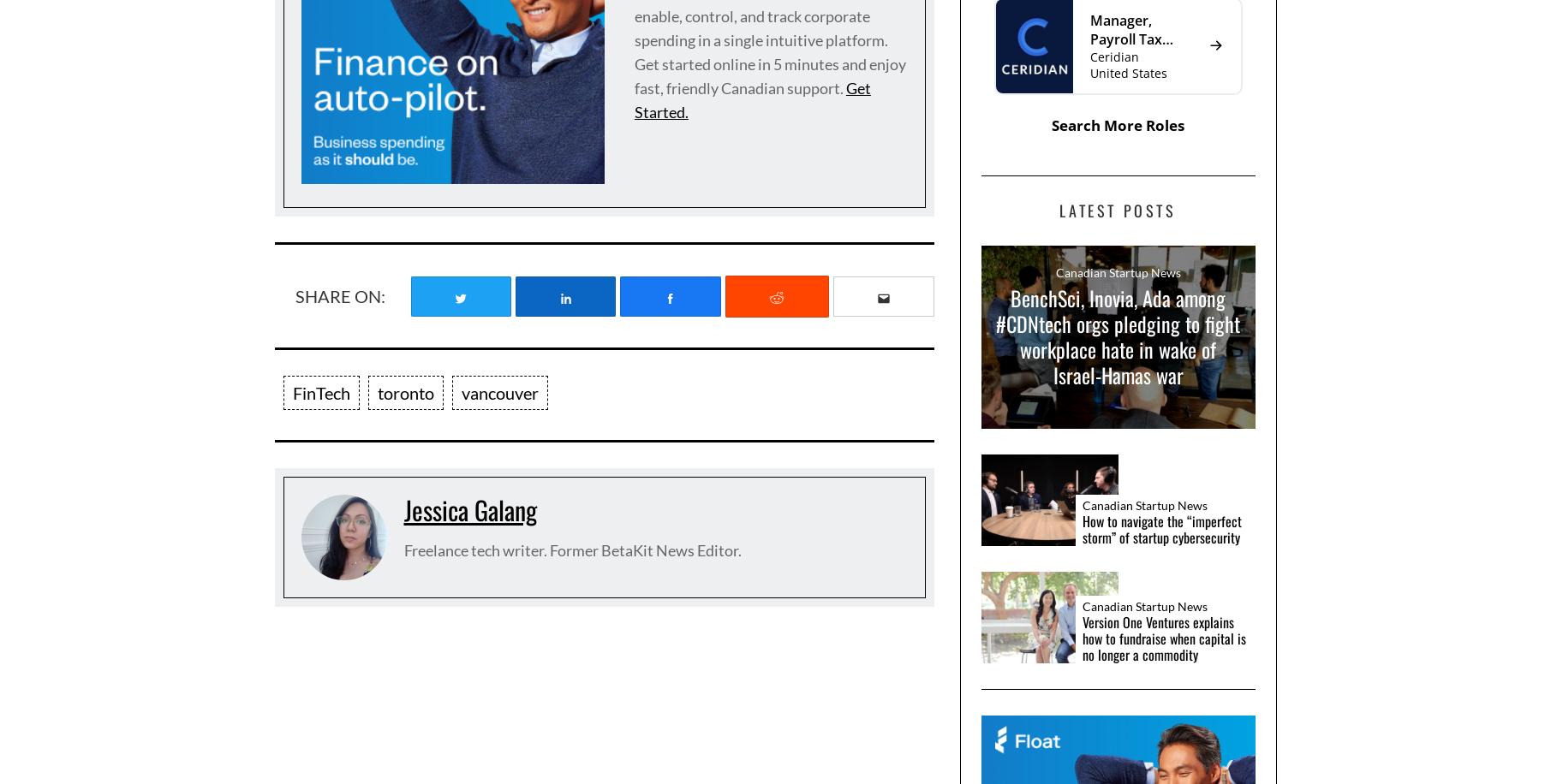 Image resolution: width=1551 pixels, height=784 pixels. What do you see at coordinates (1113, 55) in the screenshot?
I see `'Ceridian'` at bounding box center [1113, 55].